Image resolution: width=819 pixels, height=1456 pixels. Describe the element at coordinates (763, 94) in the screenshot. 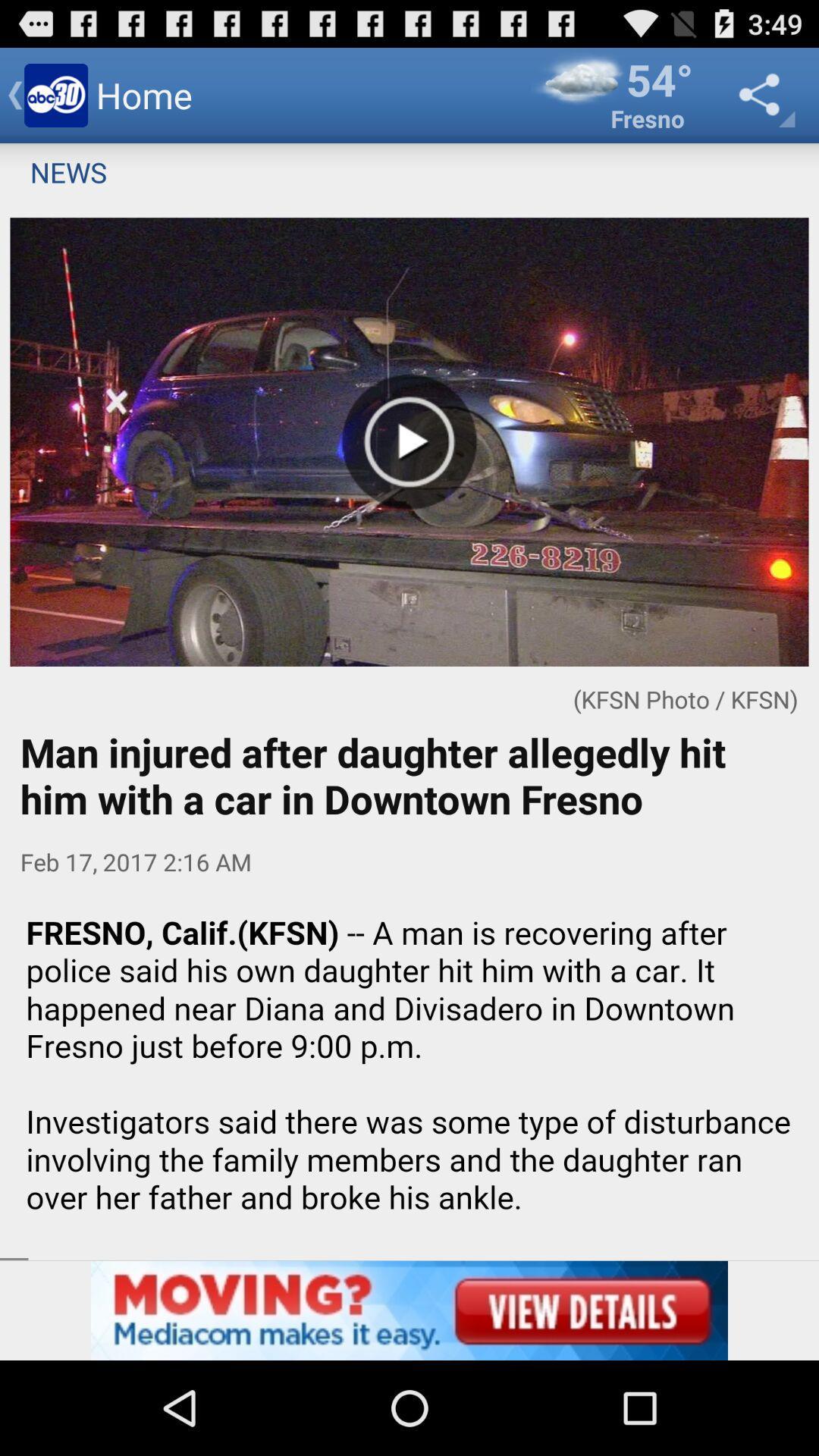

I see `share button` at that location.